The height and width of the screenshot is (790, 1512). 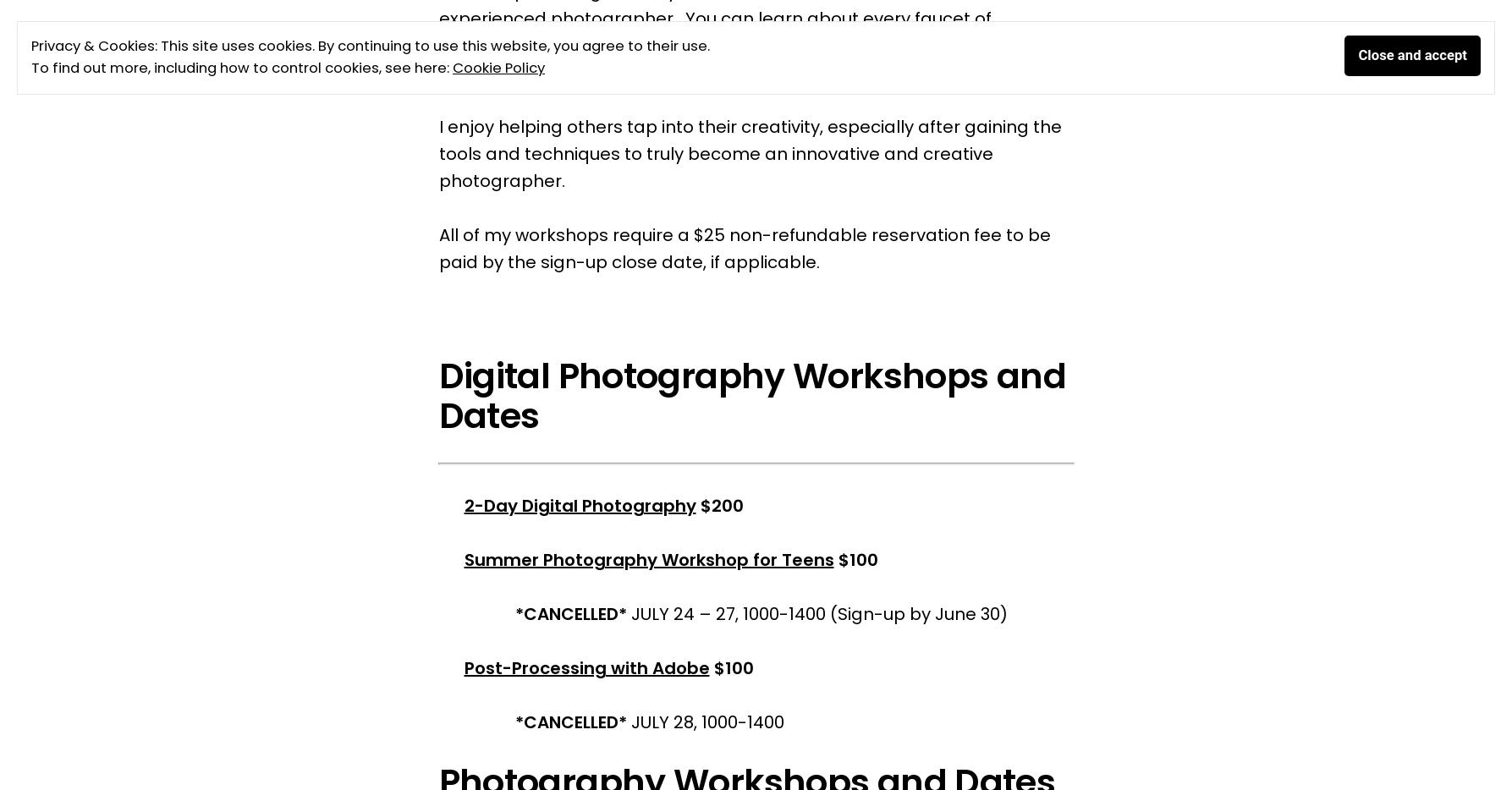 I want to click on 'To find out more, including how to control cookies, see here:', so click(x=240, y=68).